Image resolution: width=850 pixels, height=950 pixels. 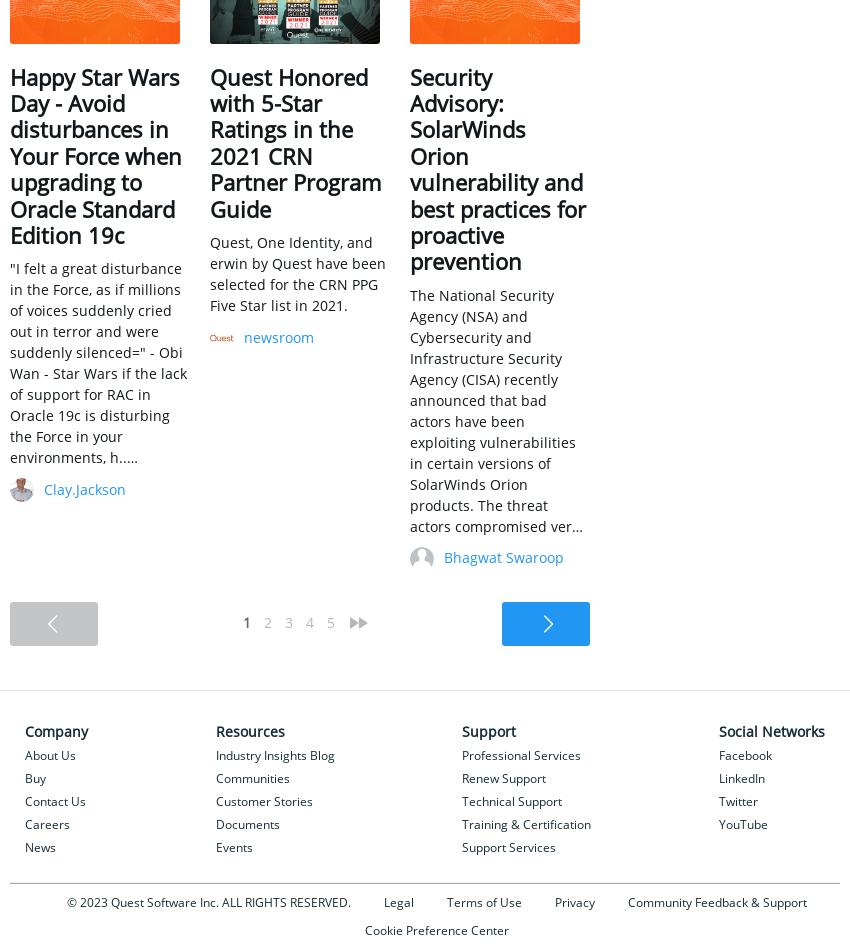 I want to click on 'Legal', so click(x=384, y=900).